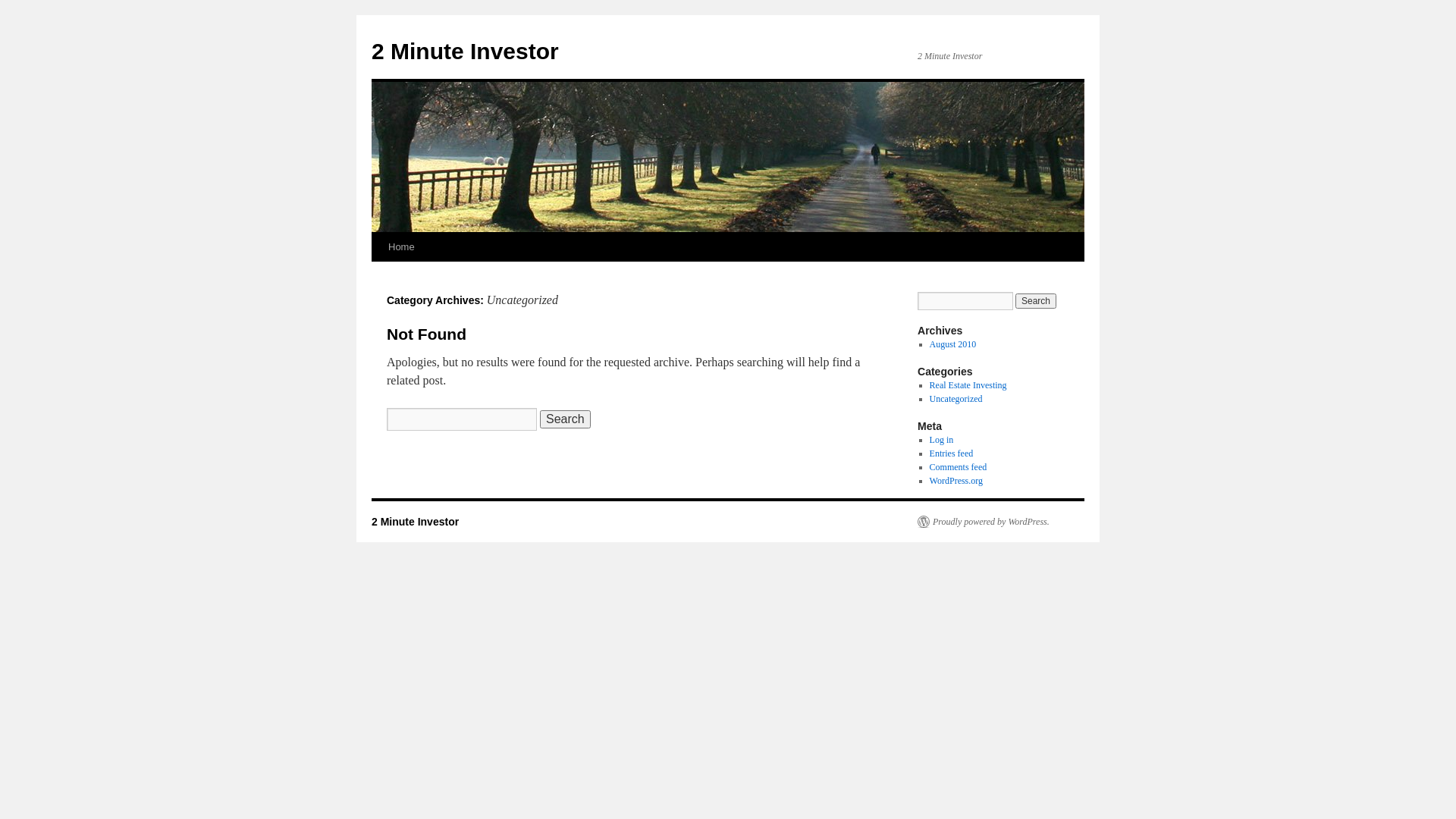 Image resolution: width=1456 pixels, height=819 pixels. I want to click on 'Entries feed', so click(928, 452).